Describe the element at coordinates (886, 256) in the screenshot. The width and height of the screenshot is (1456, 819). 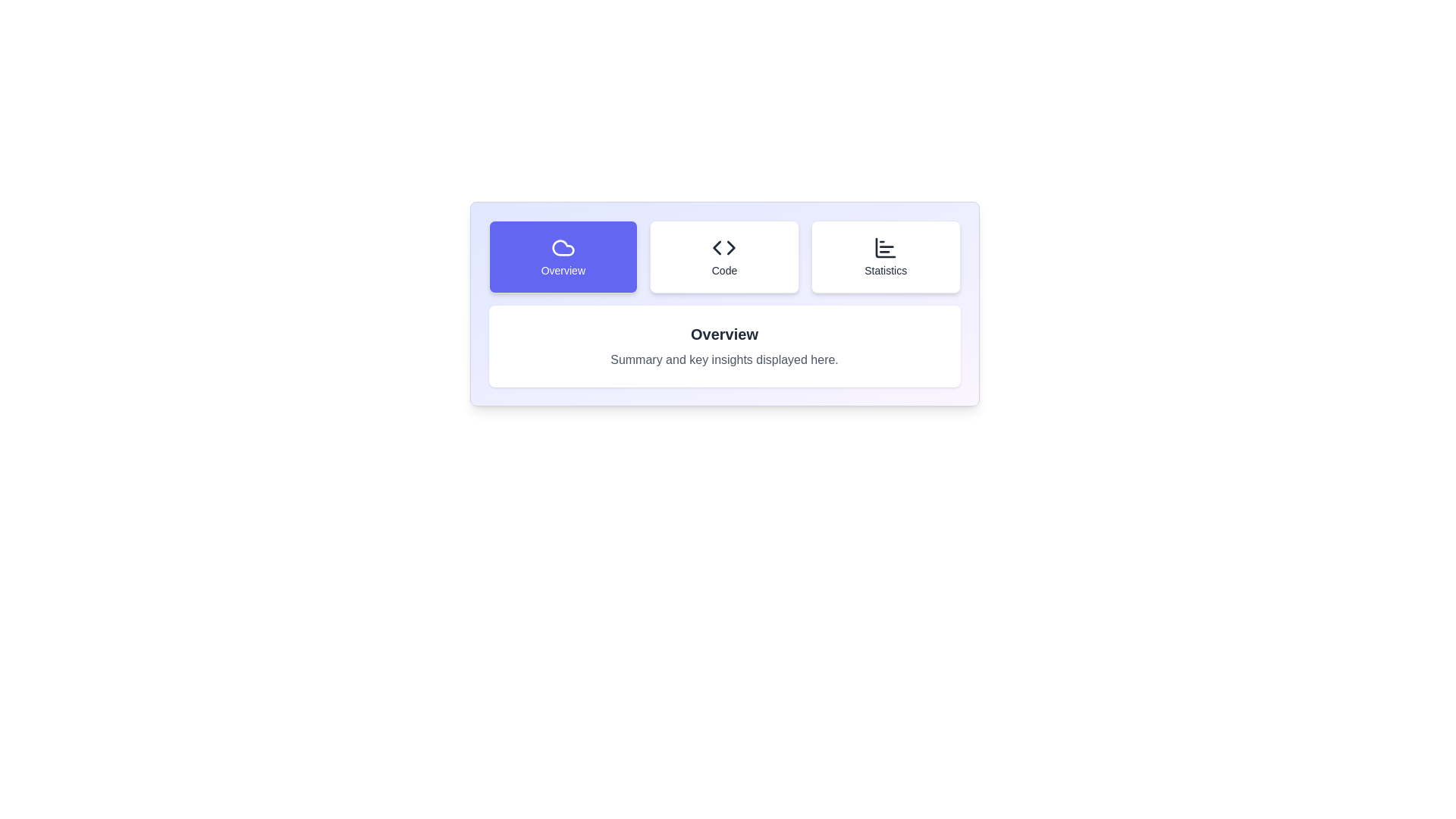
I see `the Statistics tab by clicking on its button` at that location.